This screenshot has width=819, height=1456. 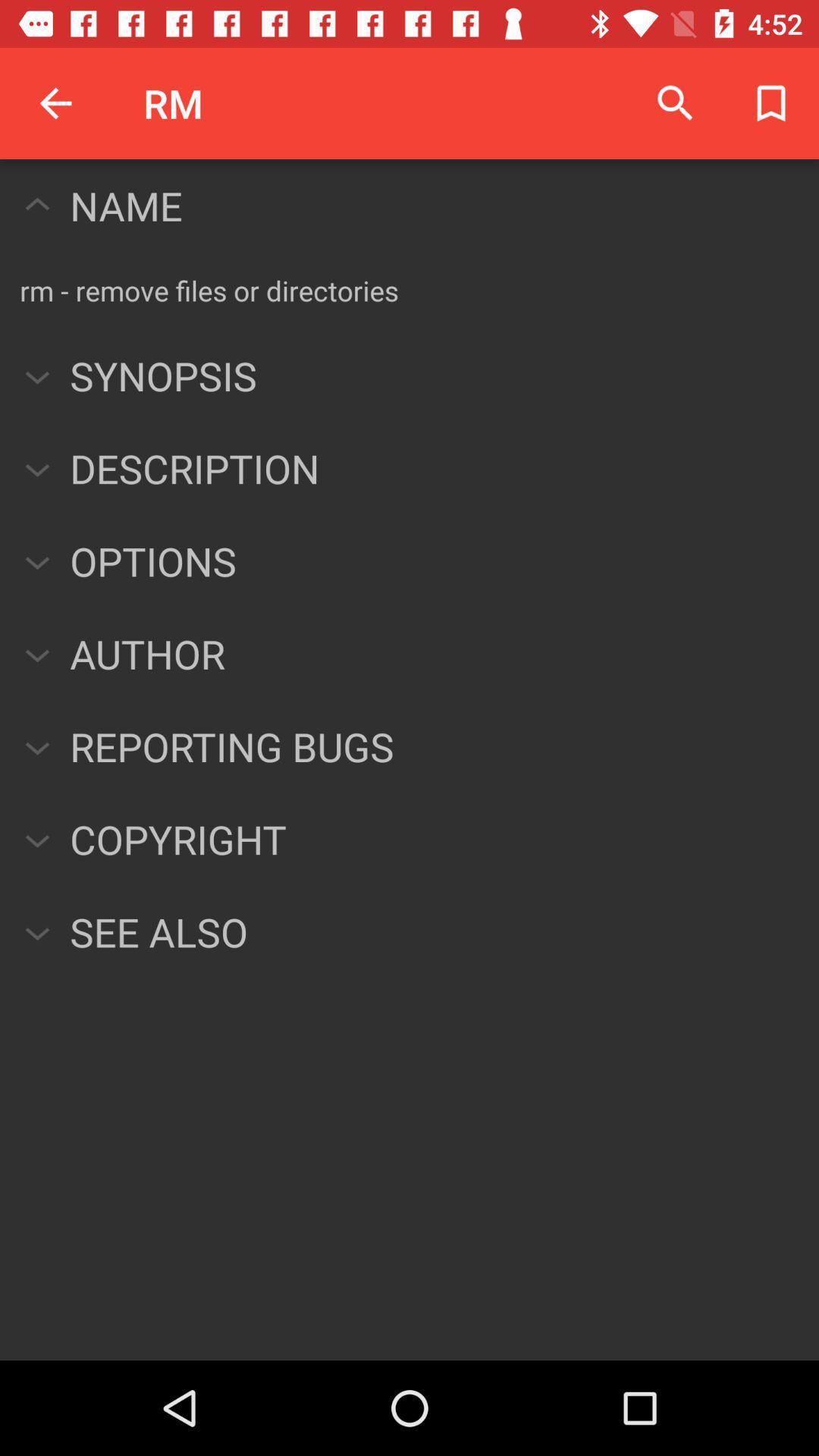 What do you see at coordinates (675, 102) in the screenshot?
I see `the item next to rm icon` at bounding box center [675, 102].